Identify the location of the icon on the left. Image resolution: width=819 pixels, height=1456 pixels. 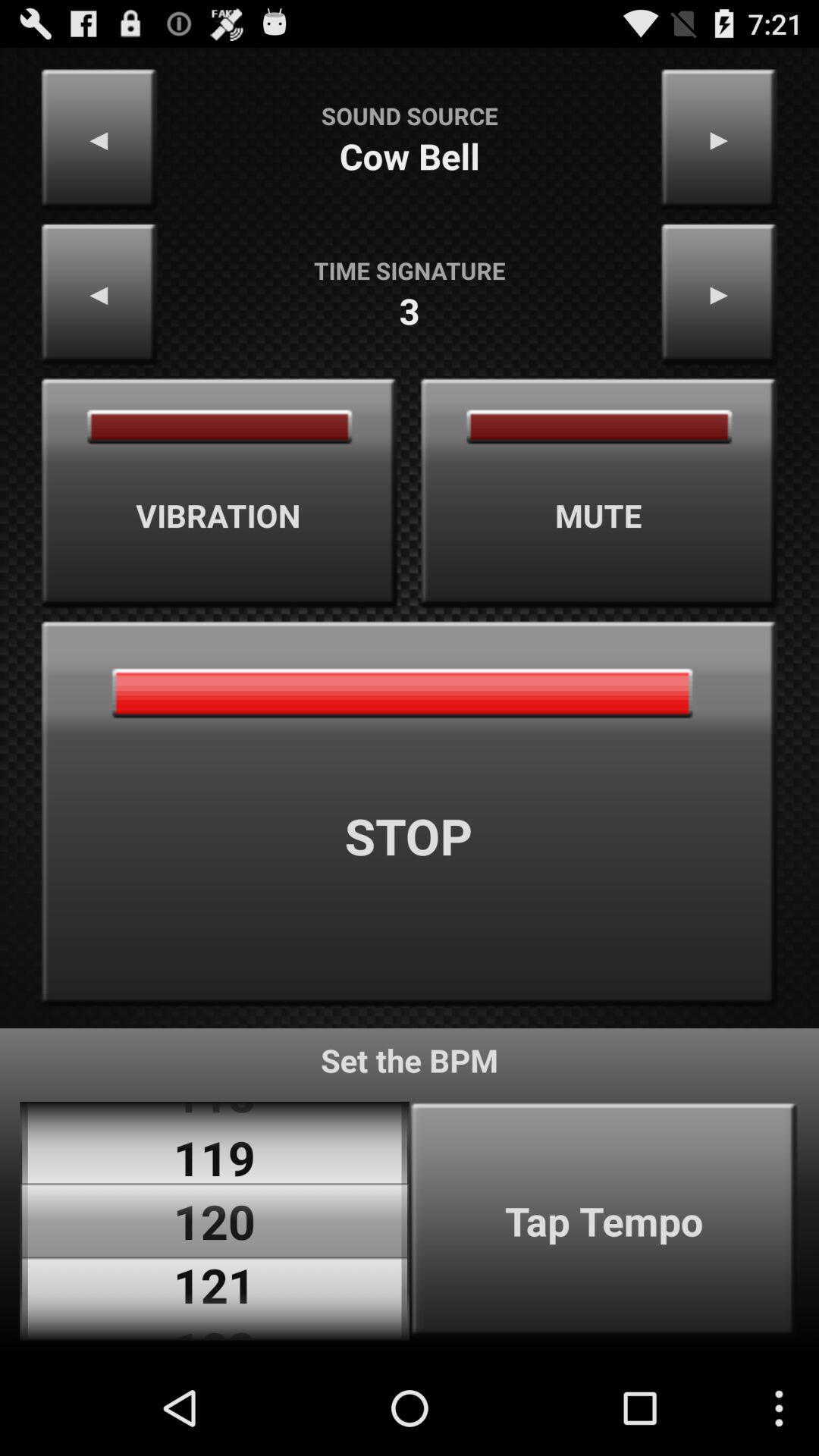
(219, 493).